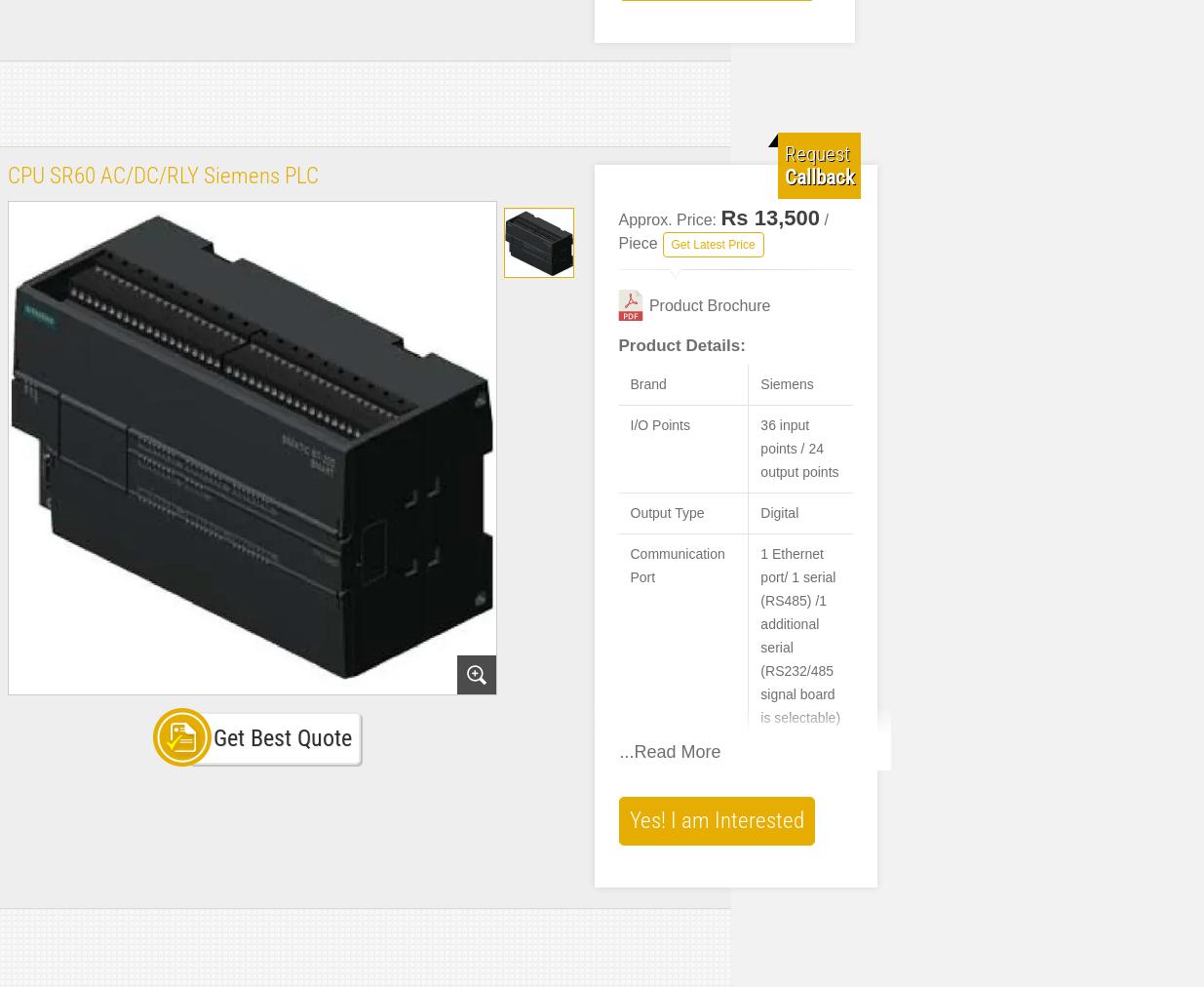 This screenshot has height=987, width=1204. I want to click on 'Built-in with 8 high-speed input points (2 points for 100kHz, 6 points for 10kHz) and supports U/D, U/D Dir, A/B counting modes', so click(737, 432).